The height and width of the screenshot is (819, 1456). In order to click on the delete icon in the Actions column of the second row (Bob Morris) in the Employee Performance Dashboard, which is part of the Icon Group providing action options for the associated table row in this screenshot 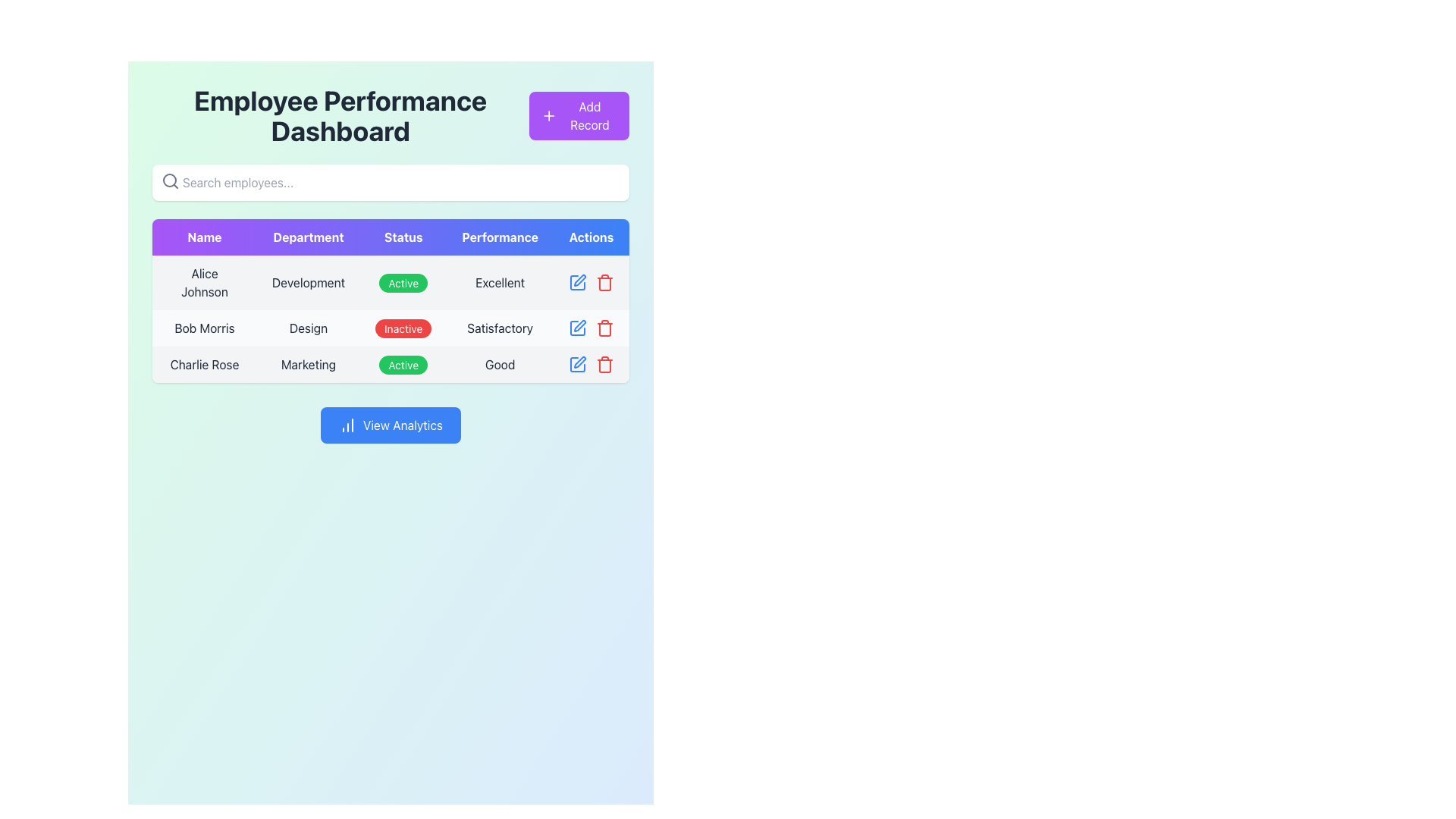, I will do `click(590, 327)`.